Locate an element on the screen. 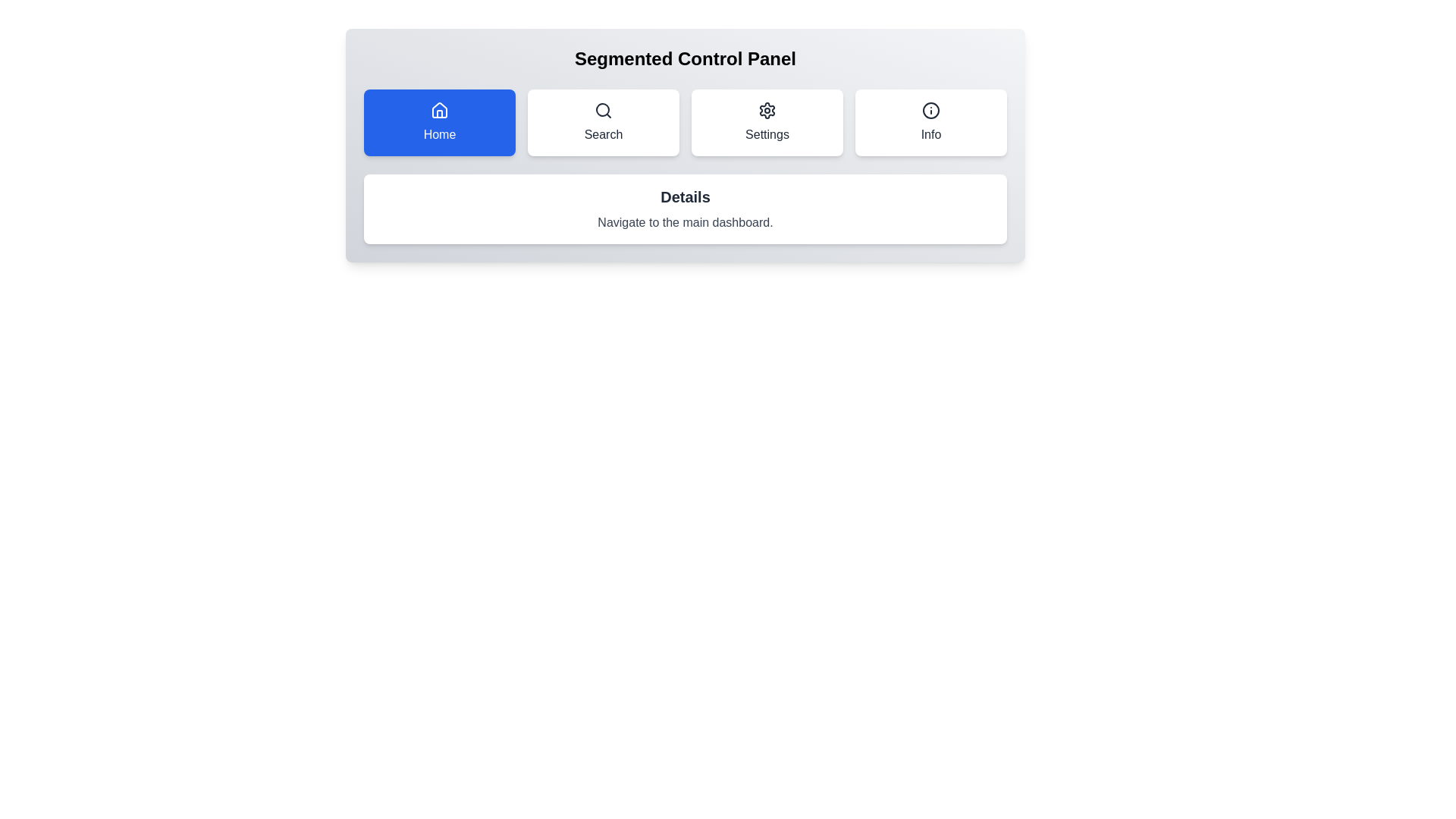  text displayed on the 'Home' navigation button label, which clarifies the button's functionality to navigate to the 'Home' section is located at coordinates (439, 133).